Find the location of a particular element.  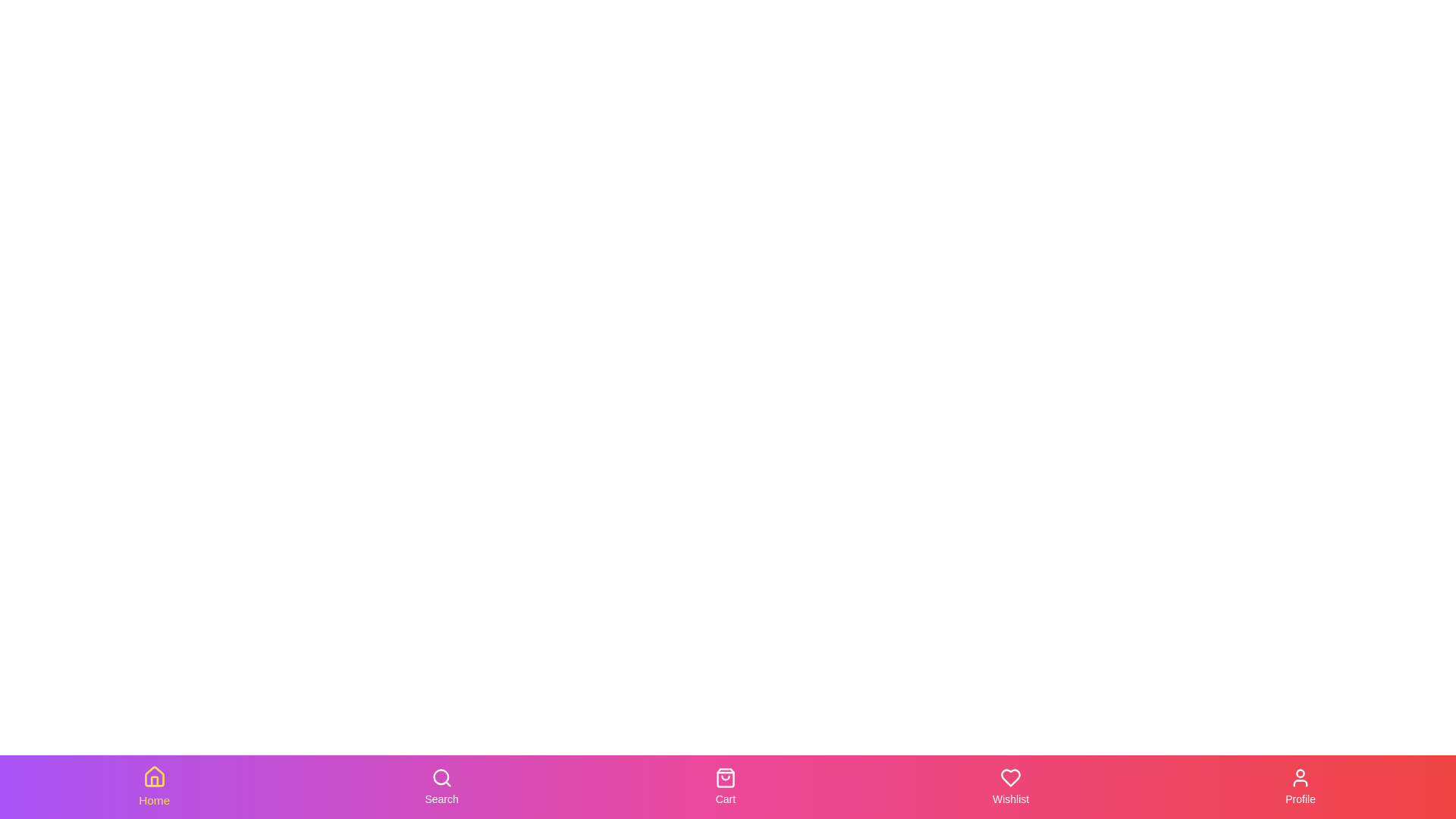

the Wishlist tab in the bottom navigation is located at coordinates (1011, 786).